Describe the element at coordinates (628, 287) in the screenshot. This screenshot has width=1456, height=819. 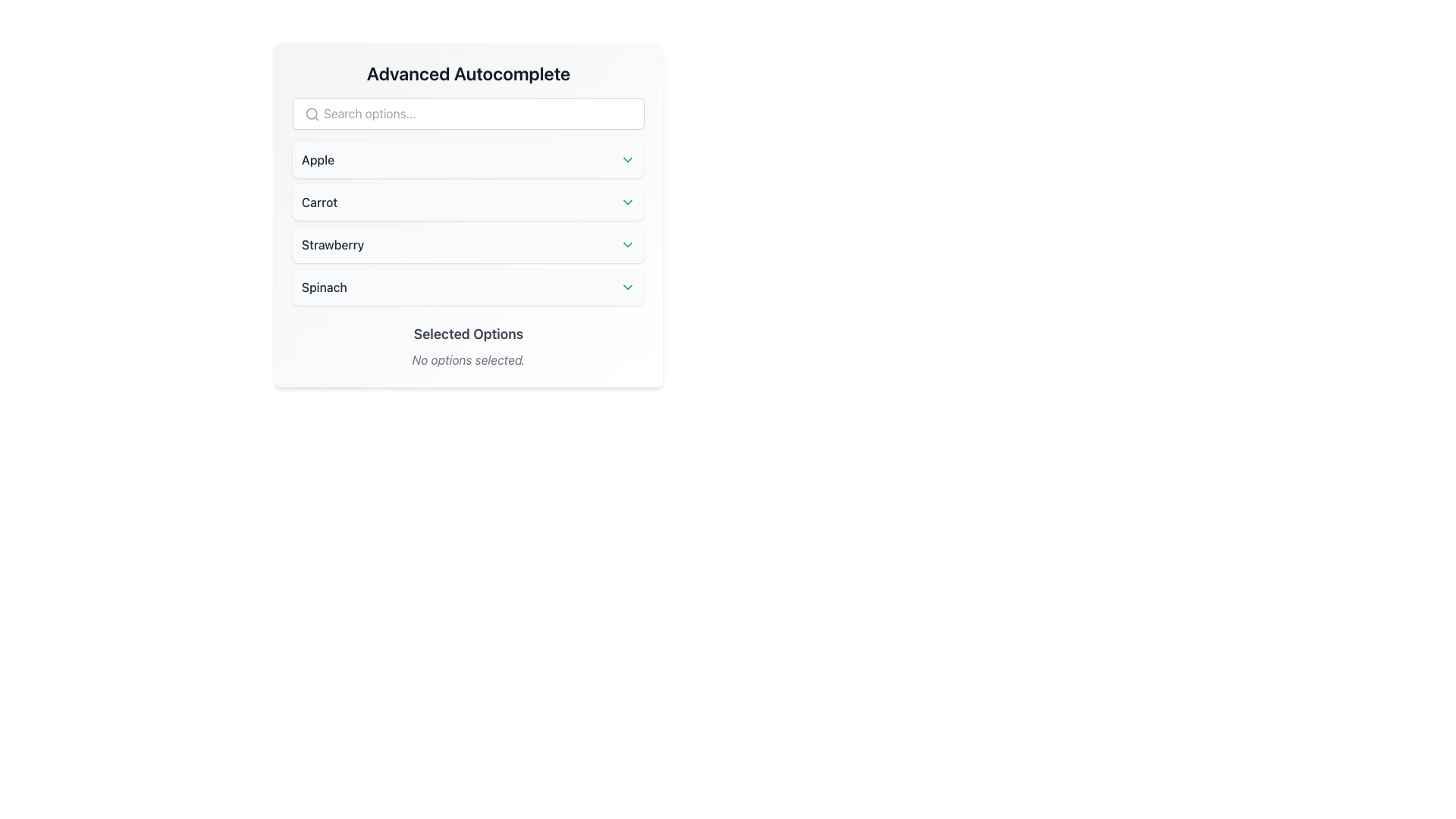
I see `the toggle icon for expanding or collapsing additional content related to the 'Spinach' list item, which is positioned to the far right of the list item` at that location.